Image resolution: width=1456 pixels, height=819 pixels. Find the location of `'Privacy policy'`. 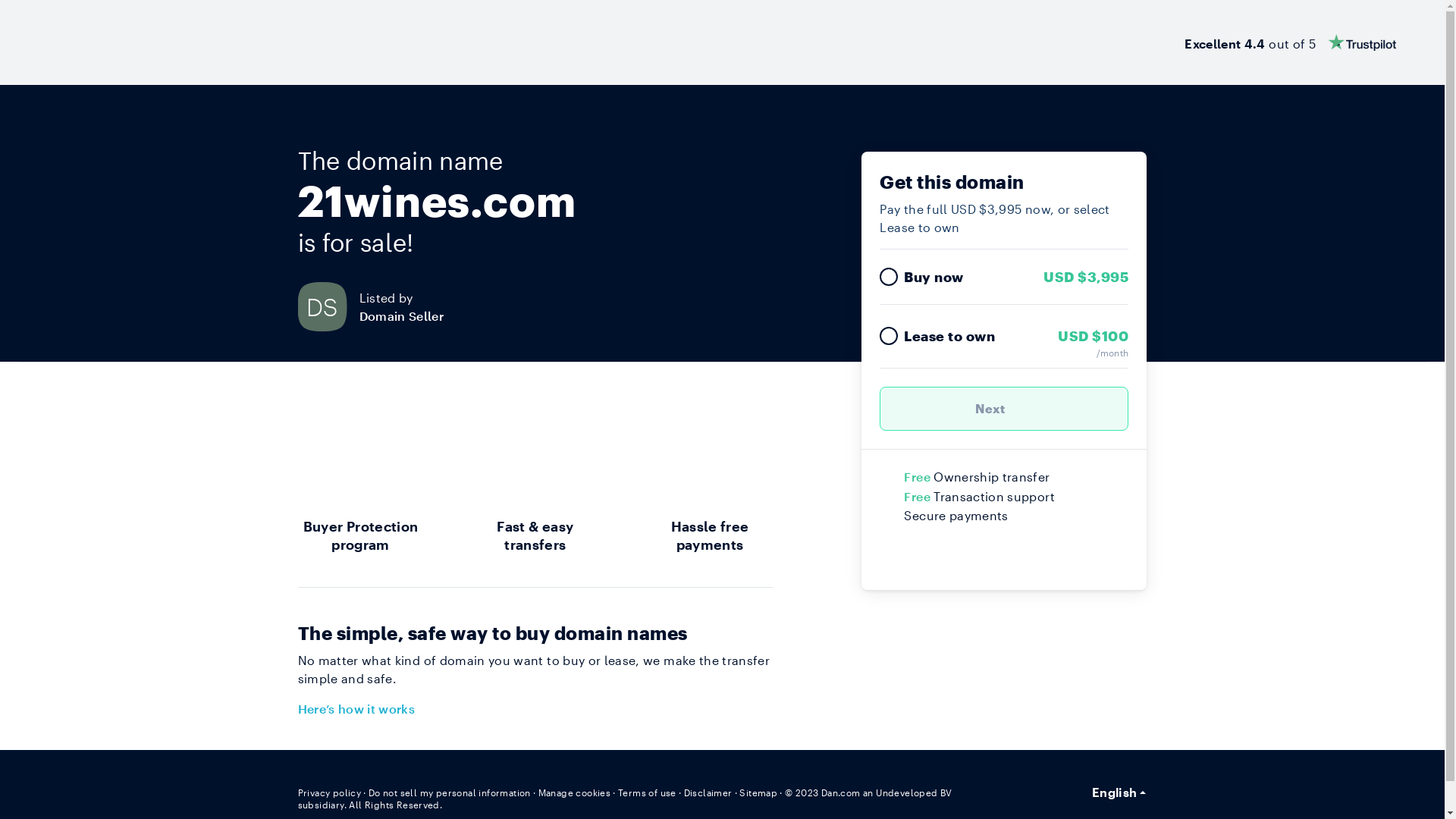

'Privacy policy' is located at coordinates (328, 792).